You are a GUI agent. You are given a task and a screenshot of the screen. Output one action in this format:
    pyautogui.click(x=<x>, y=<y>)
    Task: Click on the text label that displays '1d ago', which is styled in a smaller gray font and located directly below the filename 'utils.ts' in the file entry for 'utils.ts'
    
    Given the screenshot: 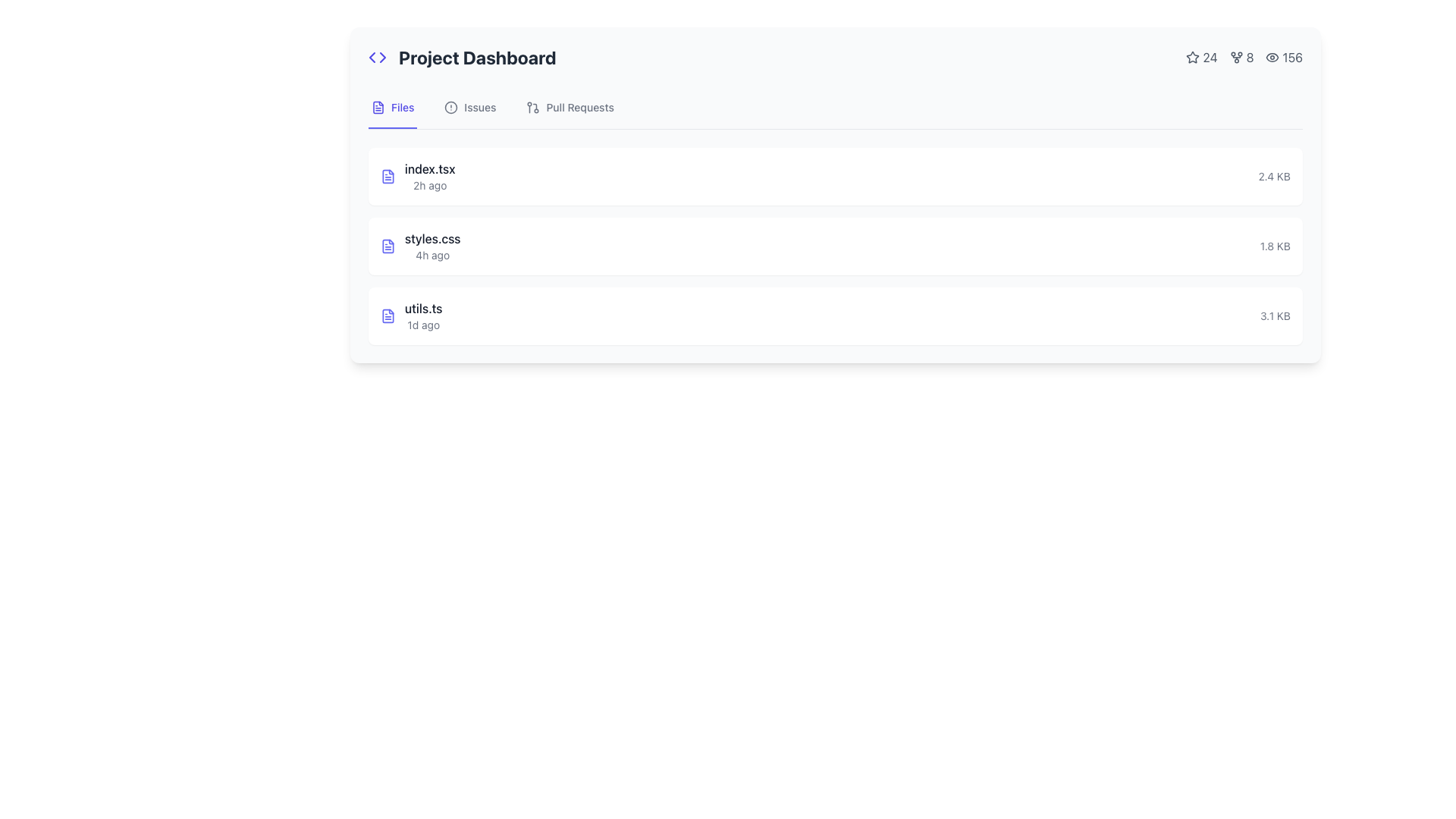 What is the action you would take?
    pyautogui.click(x=423, y=324)
    